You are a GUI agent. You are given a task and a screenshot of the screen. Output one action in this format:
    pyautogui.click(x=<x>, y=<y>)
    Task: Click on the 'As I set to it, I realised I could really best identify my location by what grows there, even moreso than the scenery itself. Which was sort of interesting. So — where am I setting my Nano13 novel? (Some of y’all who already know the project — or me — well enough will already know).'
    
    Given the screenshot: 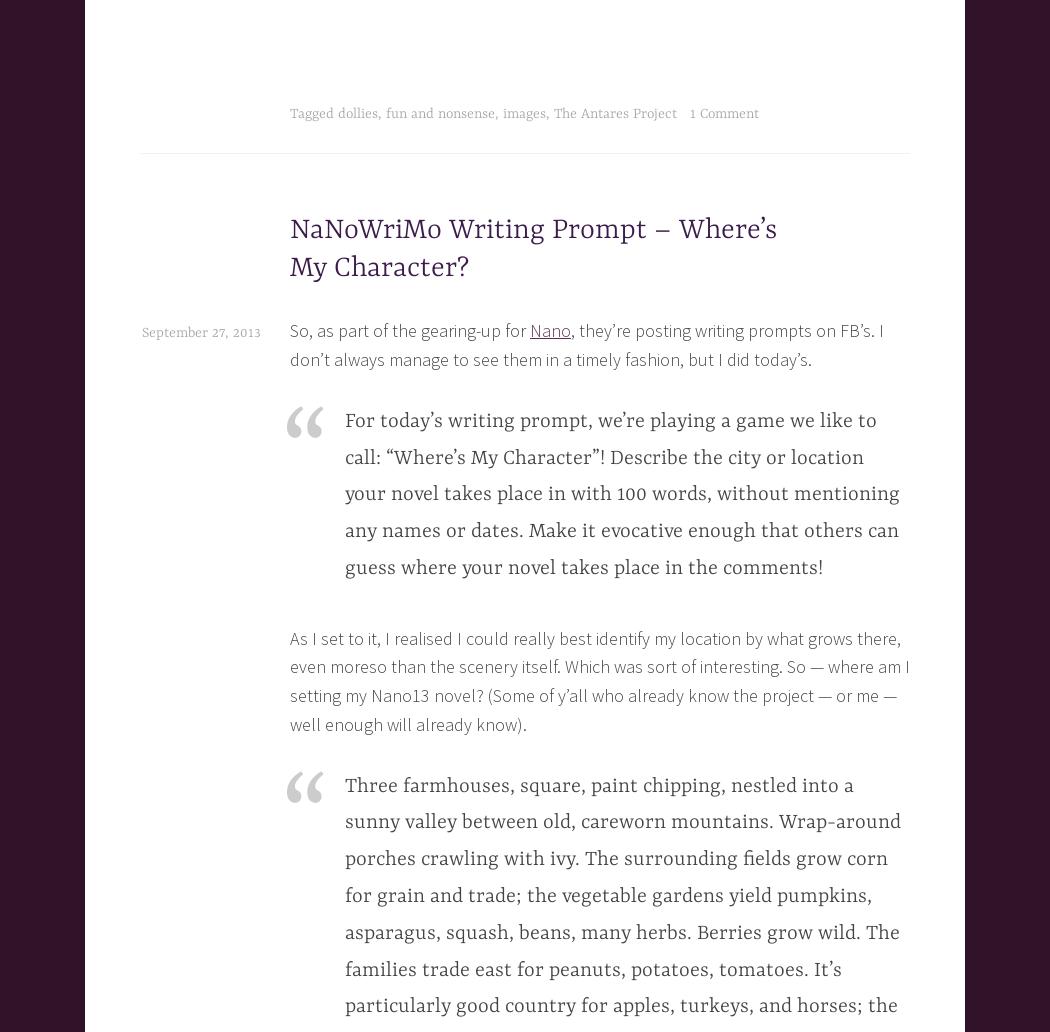 What is the action you would take?
    pyautogui.click(x=598, y=679)
    